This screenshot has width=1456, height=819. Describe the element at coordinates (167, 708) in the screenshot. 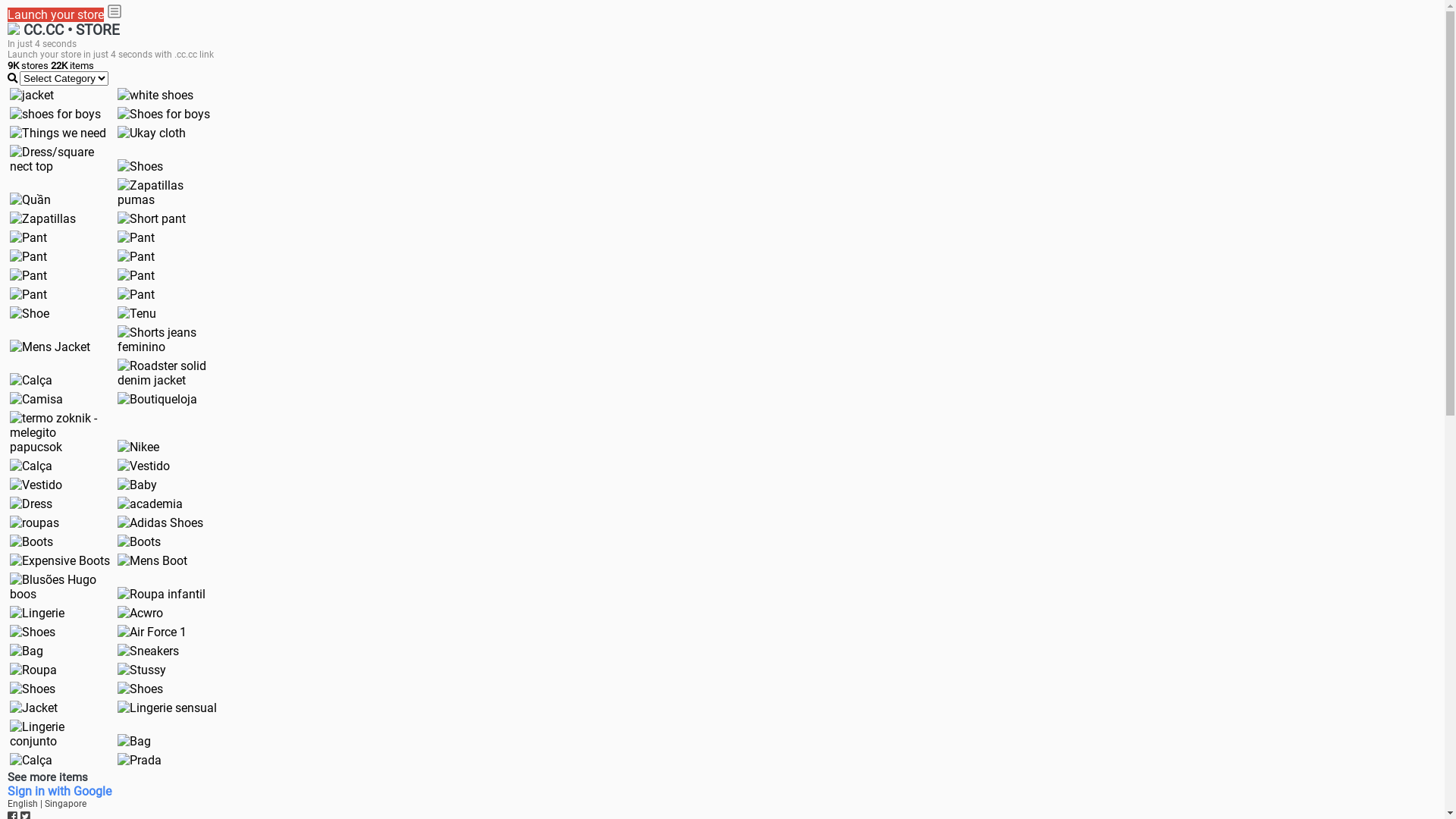

I see `'Lingerie sensual'` at that location.